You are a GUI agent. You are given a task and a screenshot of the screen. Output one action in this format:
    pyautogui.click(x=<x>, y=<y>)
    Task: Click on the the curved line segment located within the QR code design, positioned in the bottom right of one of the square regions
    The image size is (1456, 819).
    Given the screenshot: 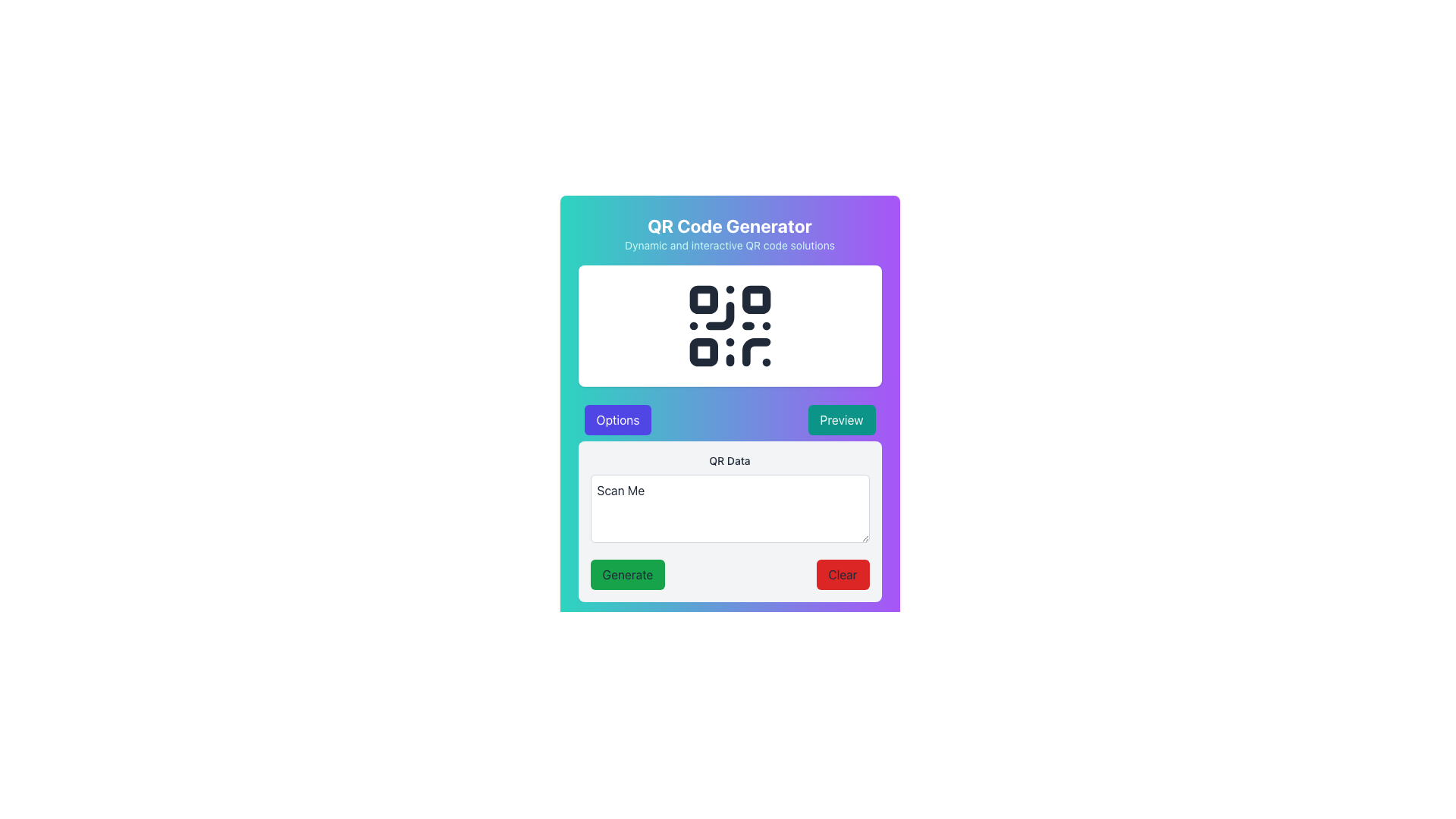 What is the action you would take?
    pyautogui.click(x=719, y=315)
    